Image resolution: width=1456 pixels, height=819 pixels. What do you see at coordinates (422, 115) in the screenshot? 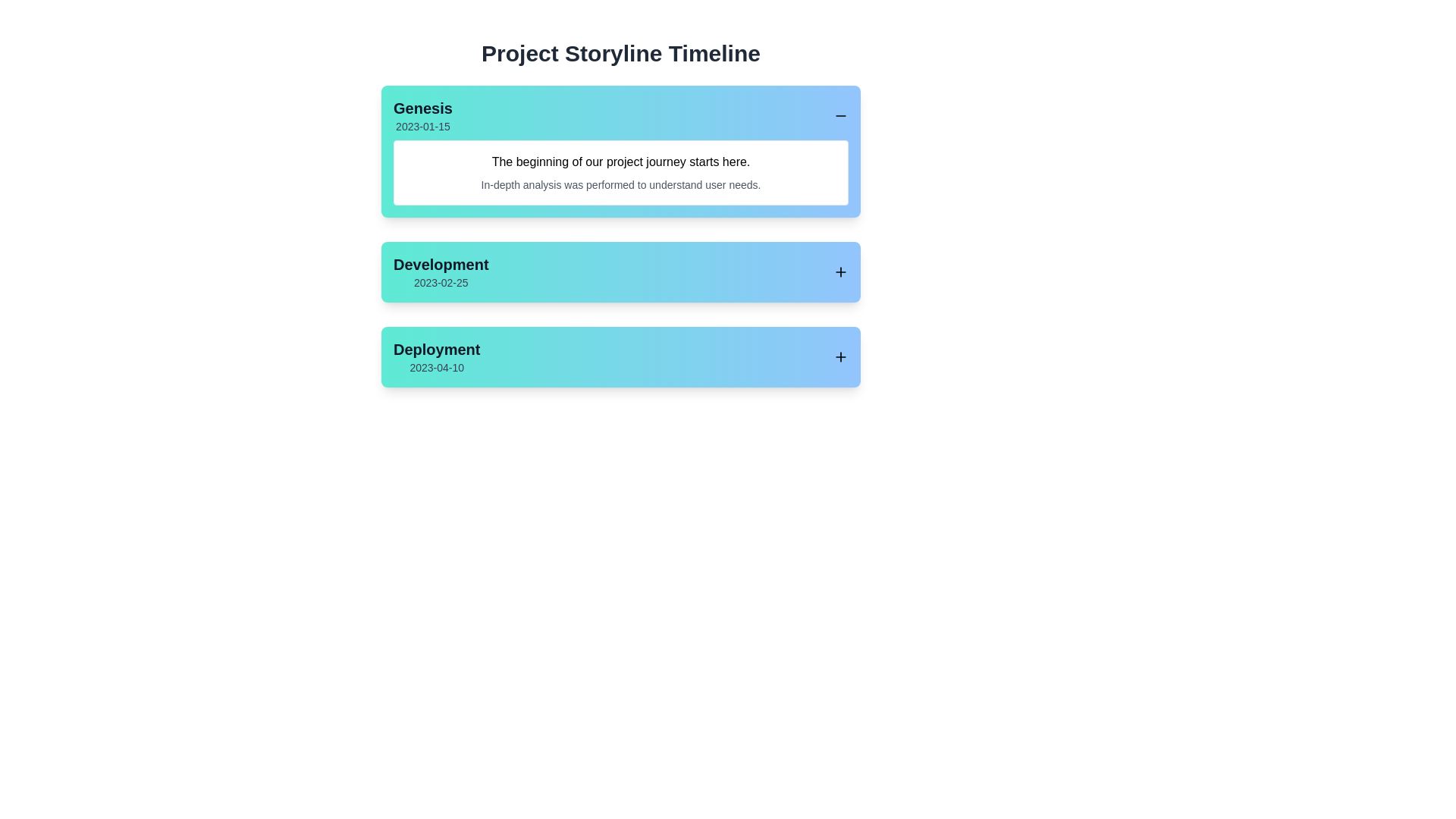
I see `displayed text on the first card in the vertical timeline interface, which shows 'Genesis' in bold dark gray and '2023-01-15' in lighter gray below it` at bounding box center [422, 115].